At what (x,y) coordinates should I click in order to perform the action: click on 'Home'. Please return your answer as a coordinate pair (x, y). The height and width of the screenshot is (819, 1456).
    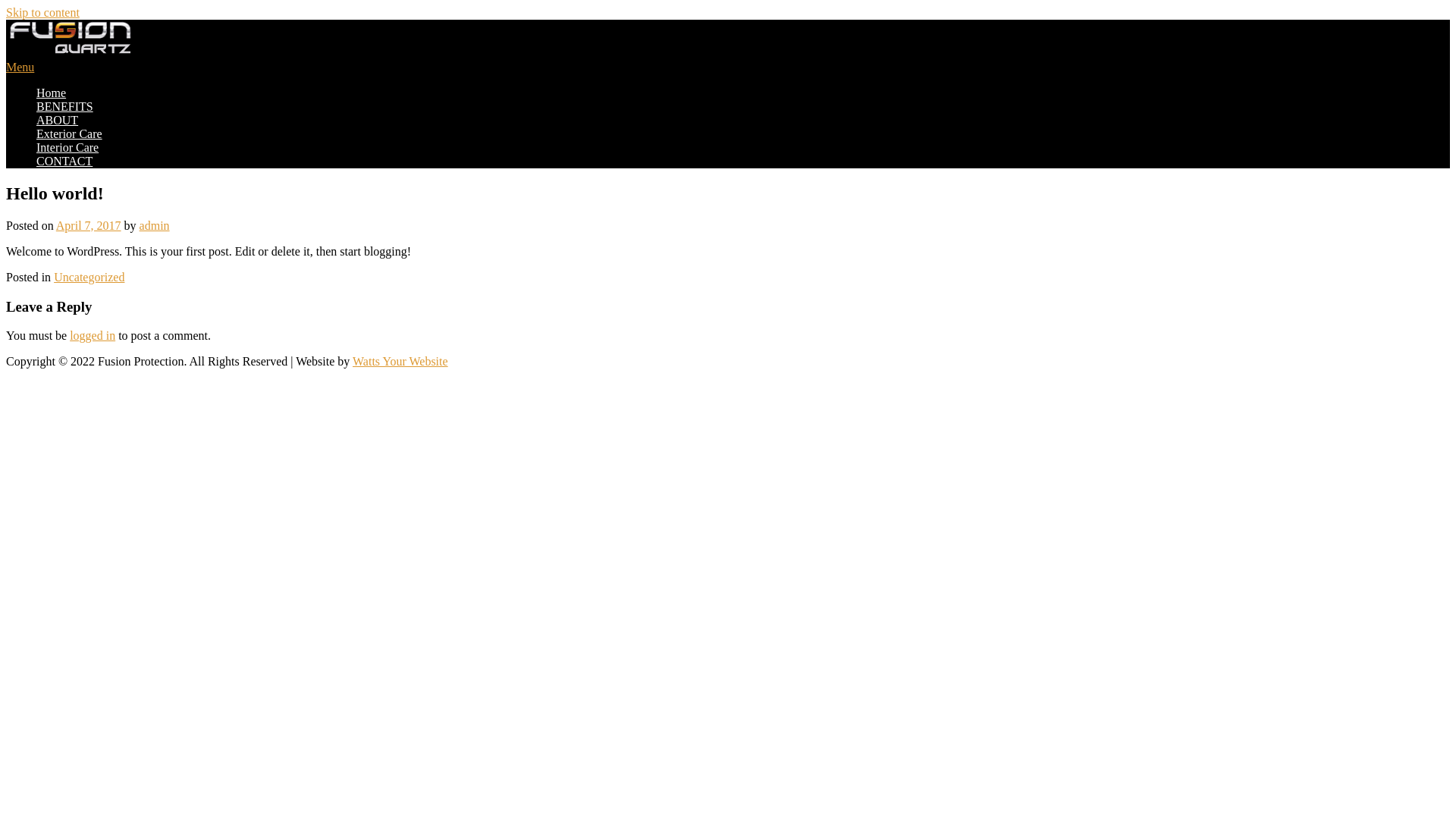
    Looking at the image, I should click on (51, 93).